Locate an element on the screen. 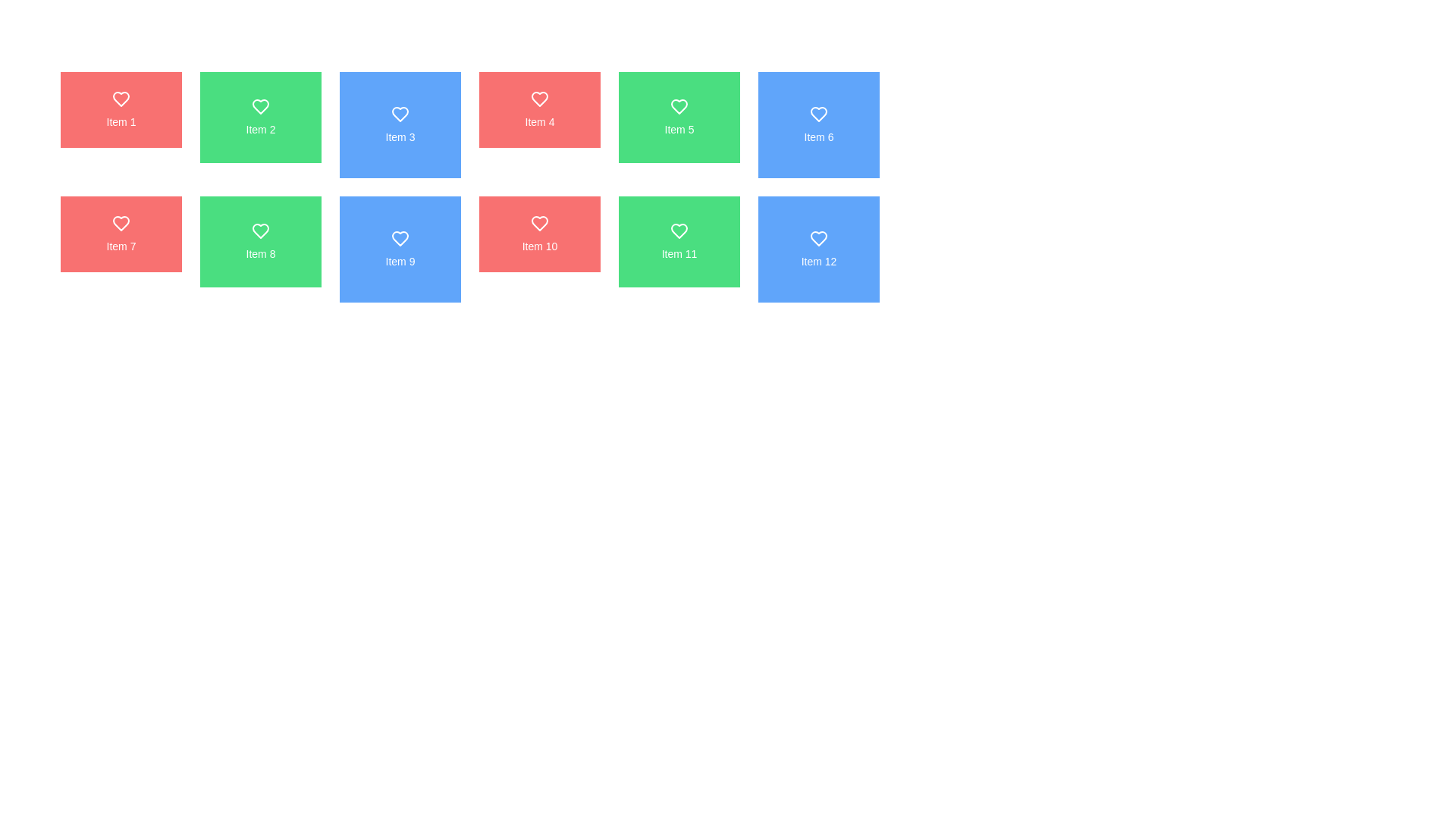 The height and width of the screenshot is (819, 1456). the text label displaying 'Item 2', which is located within the second green rectangular box in the first row of a grid layout is located at coordinates (261, 128).